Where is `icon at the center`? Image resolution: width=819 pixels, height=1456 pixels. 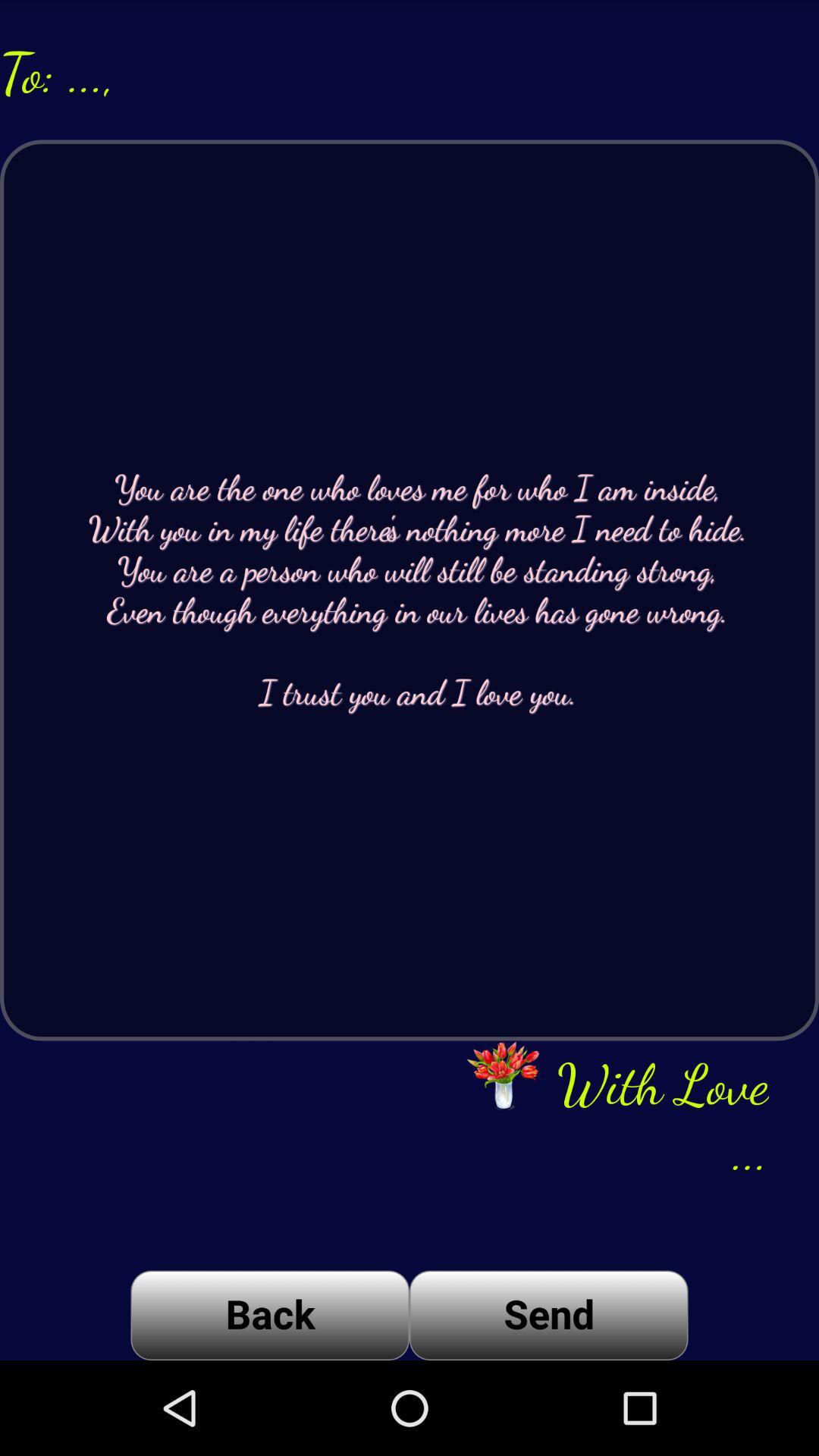
icon at the center is located at coordinates (409, 589).